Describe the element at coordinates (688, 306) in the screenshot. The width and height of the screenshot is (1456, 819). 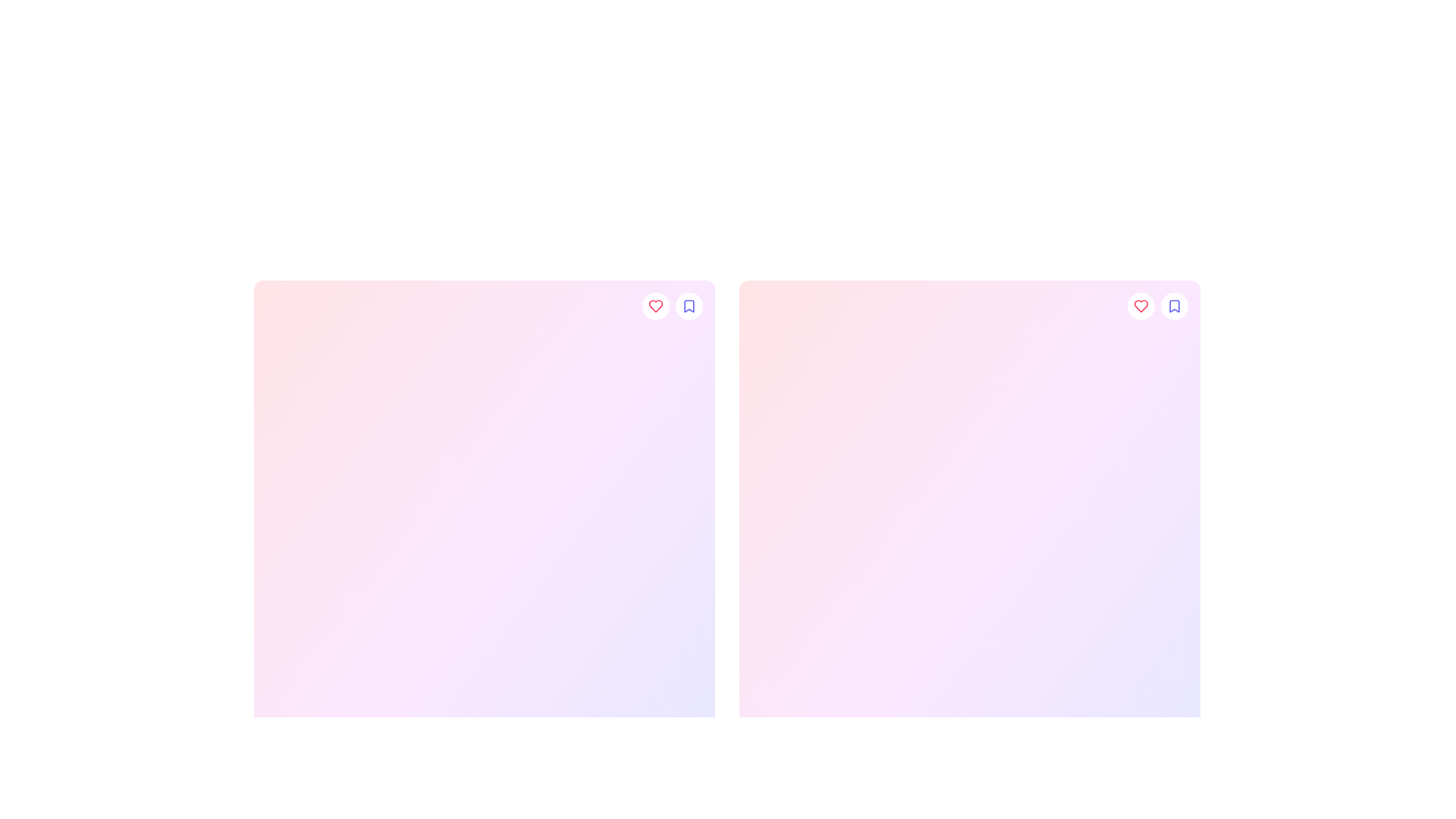
I see `the blue bookmark icon located at the top-right corner of the left card` at that location.